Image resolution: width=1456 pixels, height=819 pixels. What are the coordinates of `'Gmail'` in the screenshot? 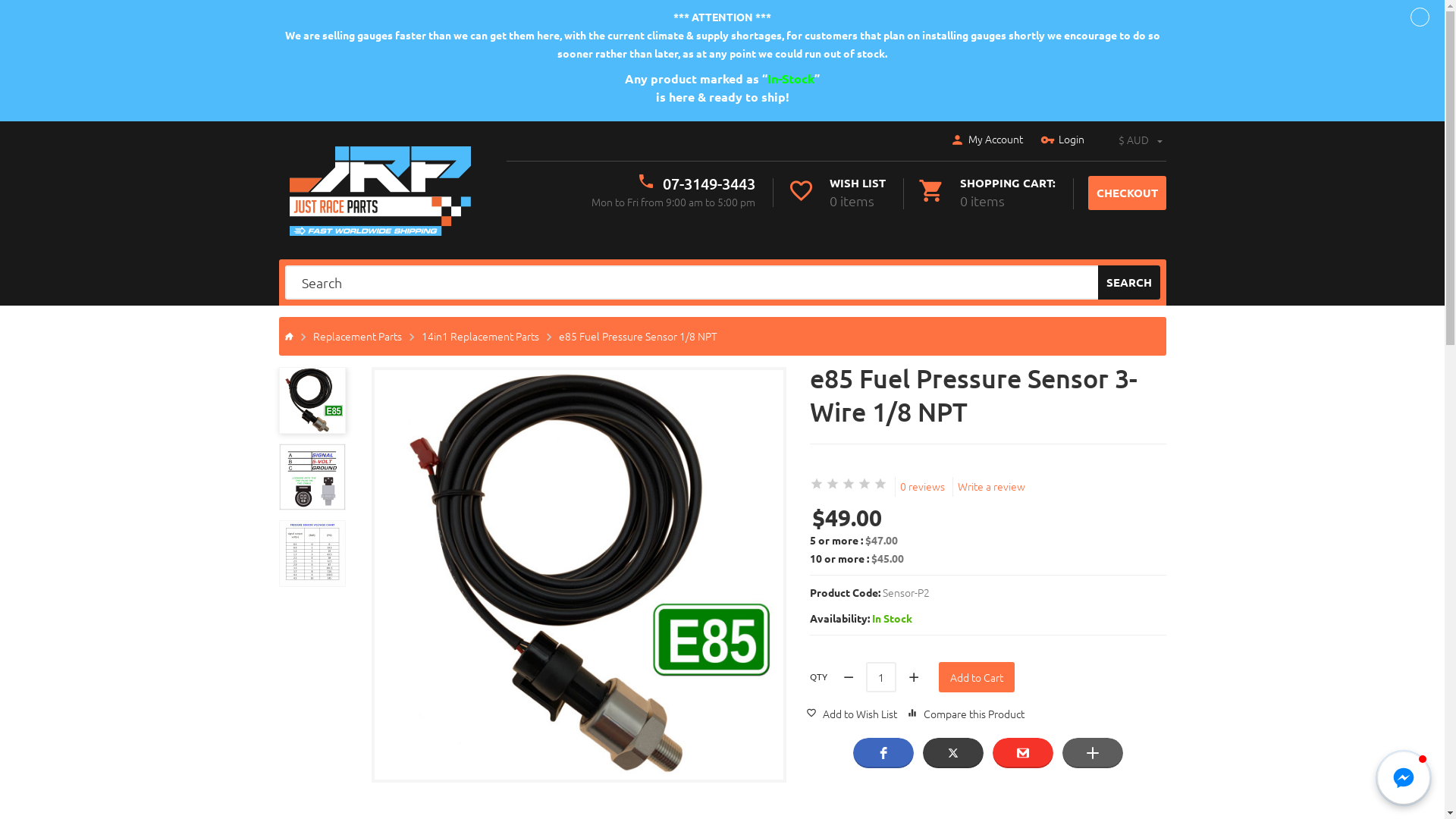 It's located at (1022, 752).